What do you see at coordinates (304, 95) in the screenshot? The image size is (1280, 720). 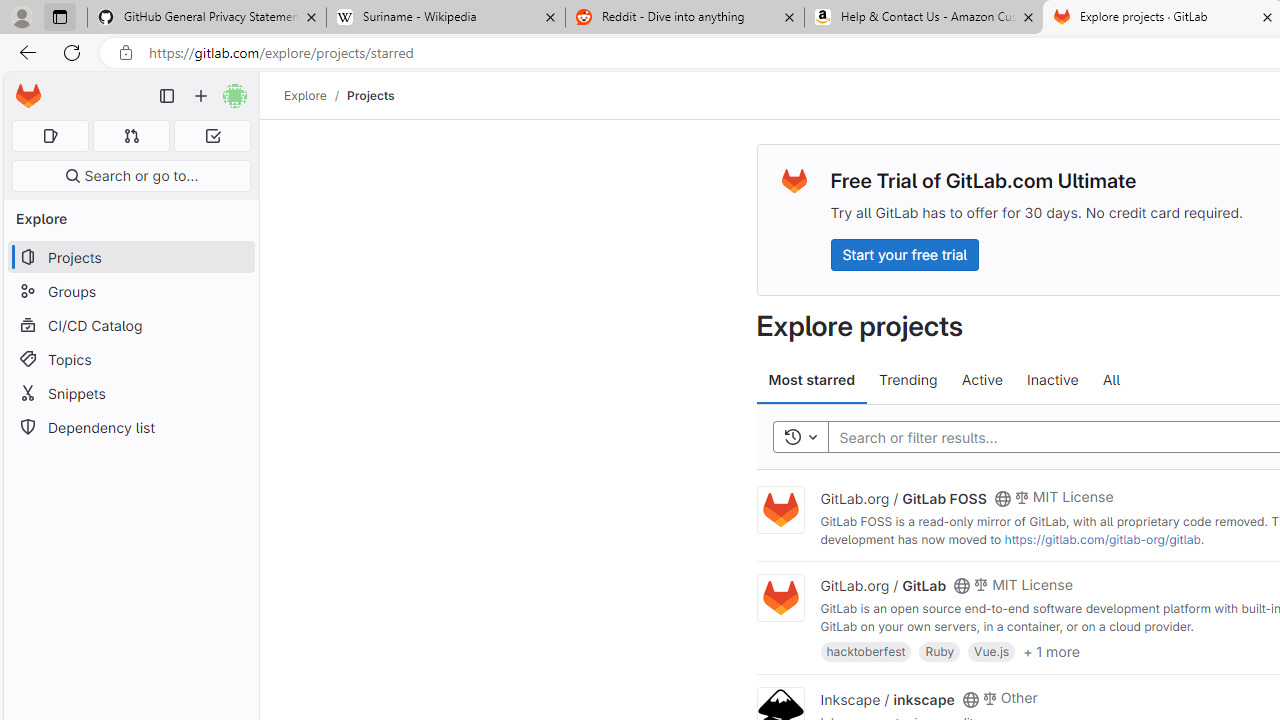 I see `'Explore'` at bounding box center [304, 95].